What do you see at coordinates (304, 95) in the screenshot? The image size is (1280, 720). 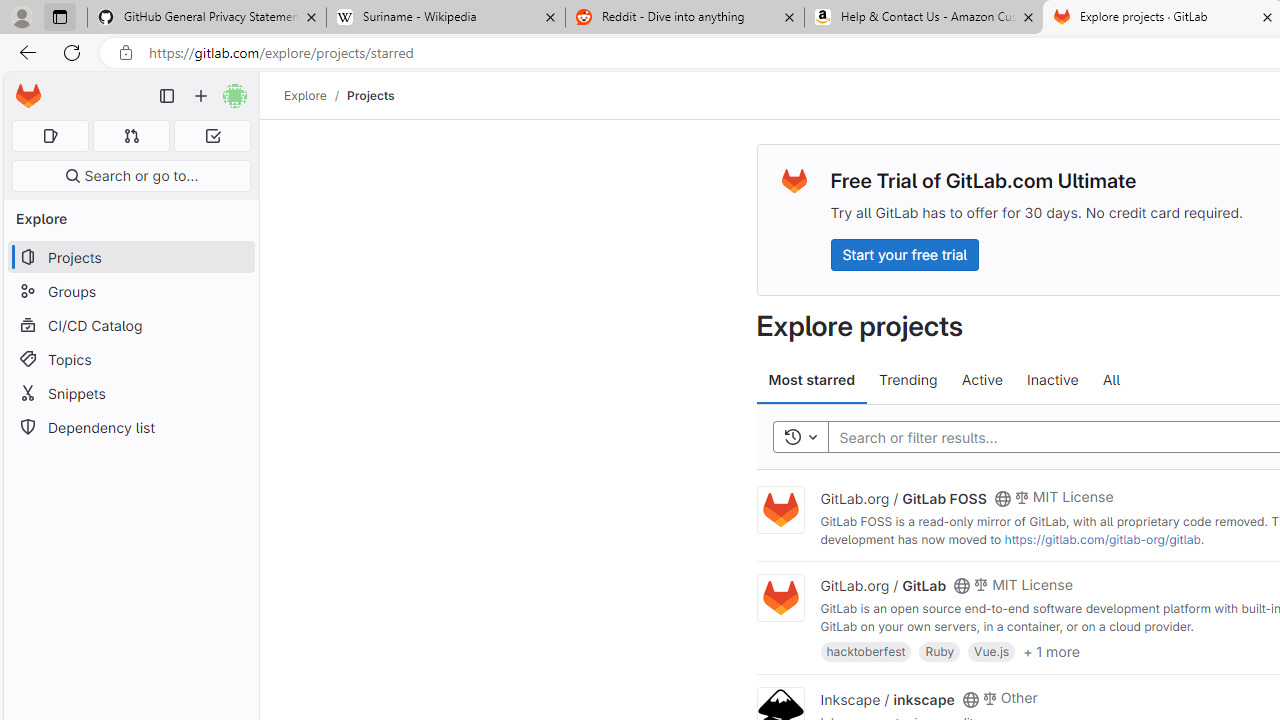 I see `'Explore'` at bounding box center [304, 95].